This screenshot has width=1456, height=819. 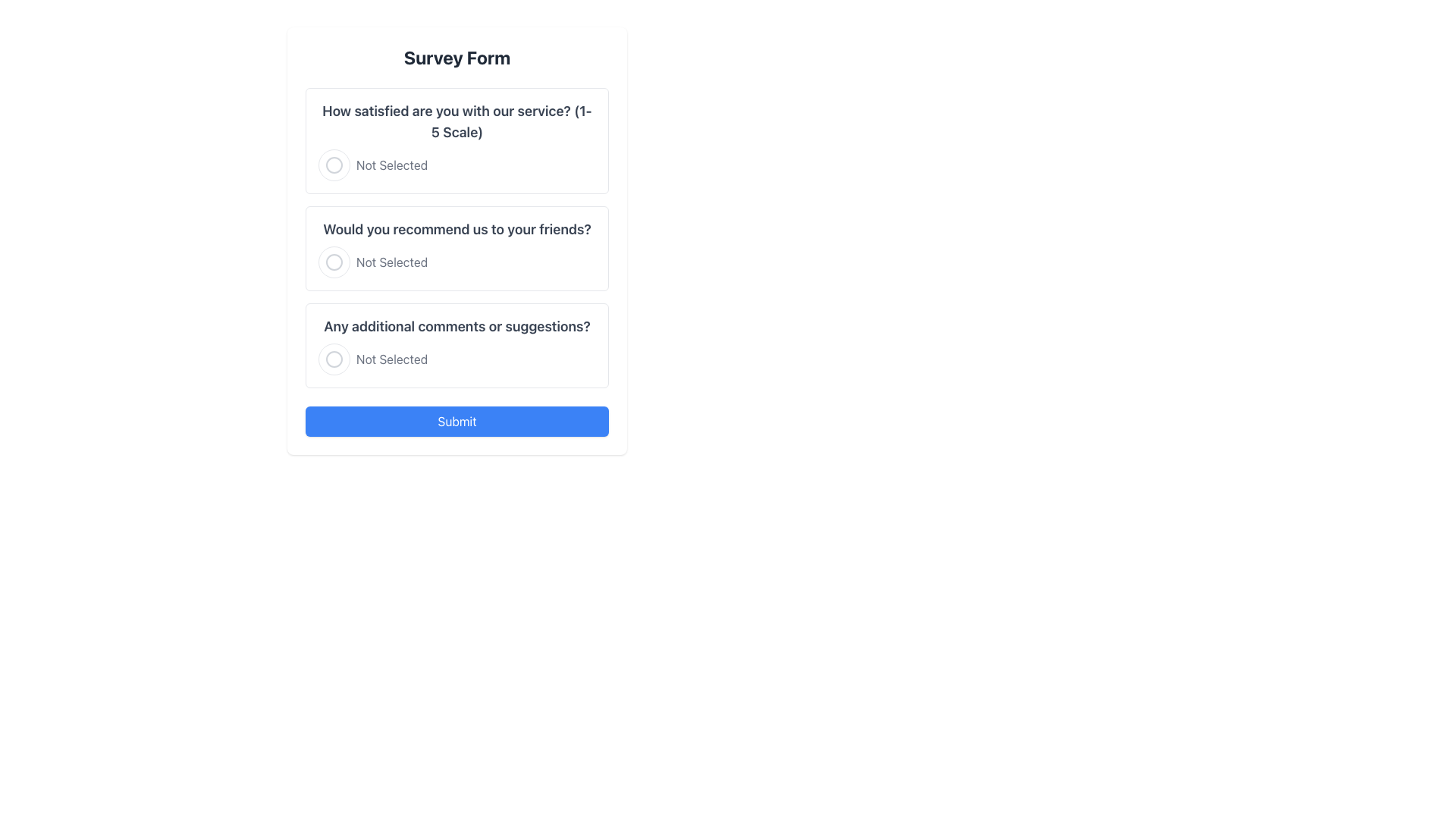 I want to click on the unselected radio button for the survey question 'How satisfied are you with our service? (1-5 Scale)' to indicate that the option has not been chosen, so click(x=457, y=165).